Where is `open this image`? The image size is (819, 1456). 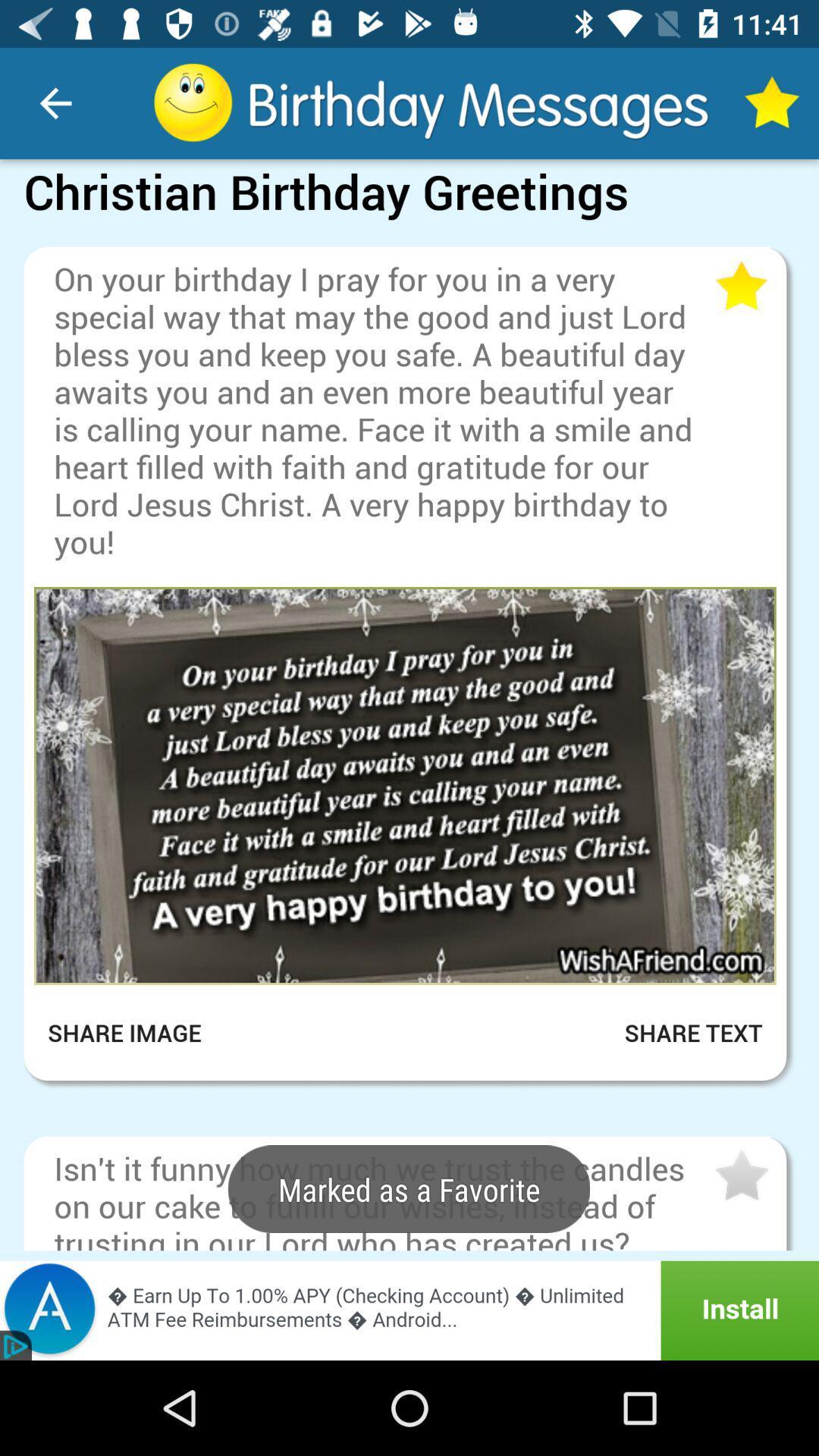
open this image is located at coordinates (404, 786).